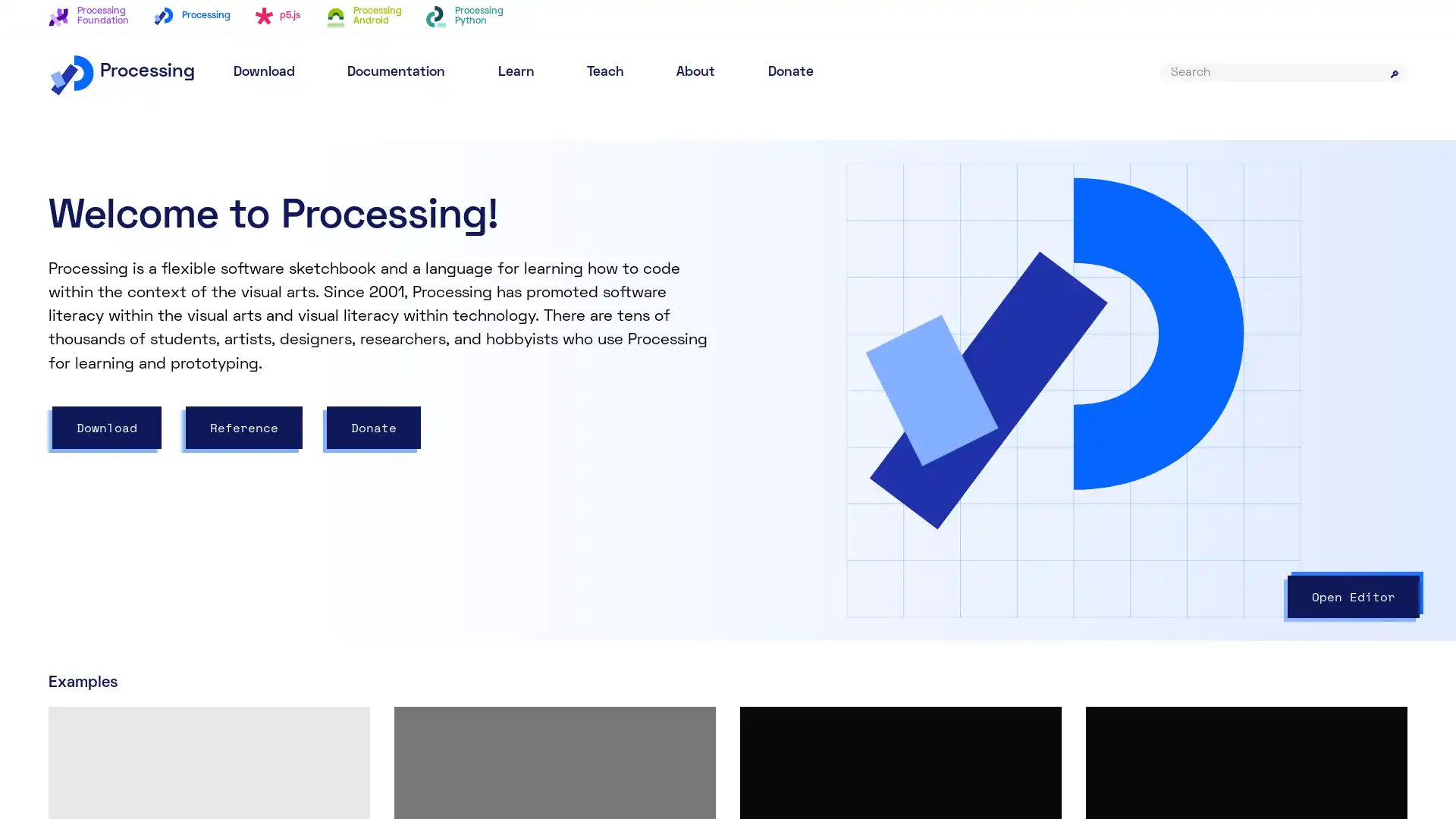 The width and height of the screenshot is (1456, 819). Describe the element at coordinates (829, 503) in the screenshot. I see `change position` at that location.